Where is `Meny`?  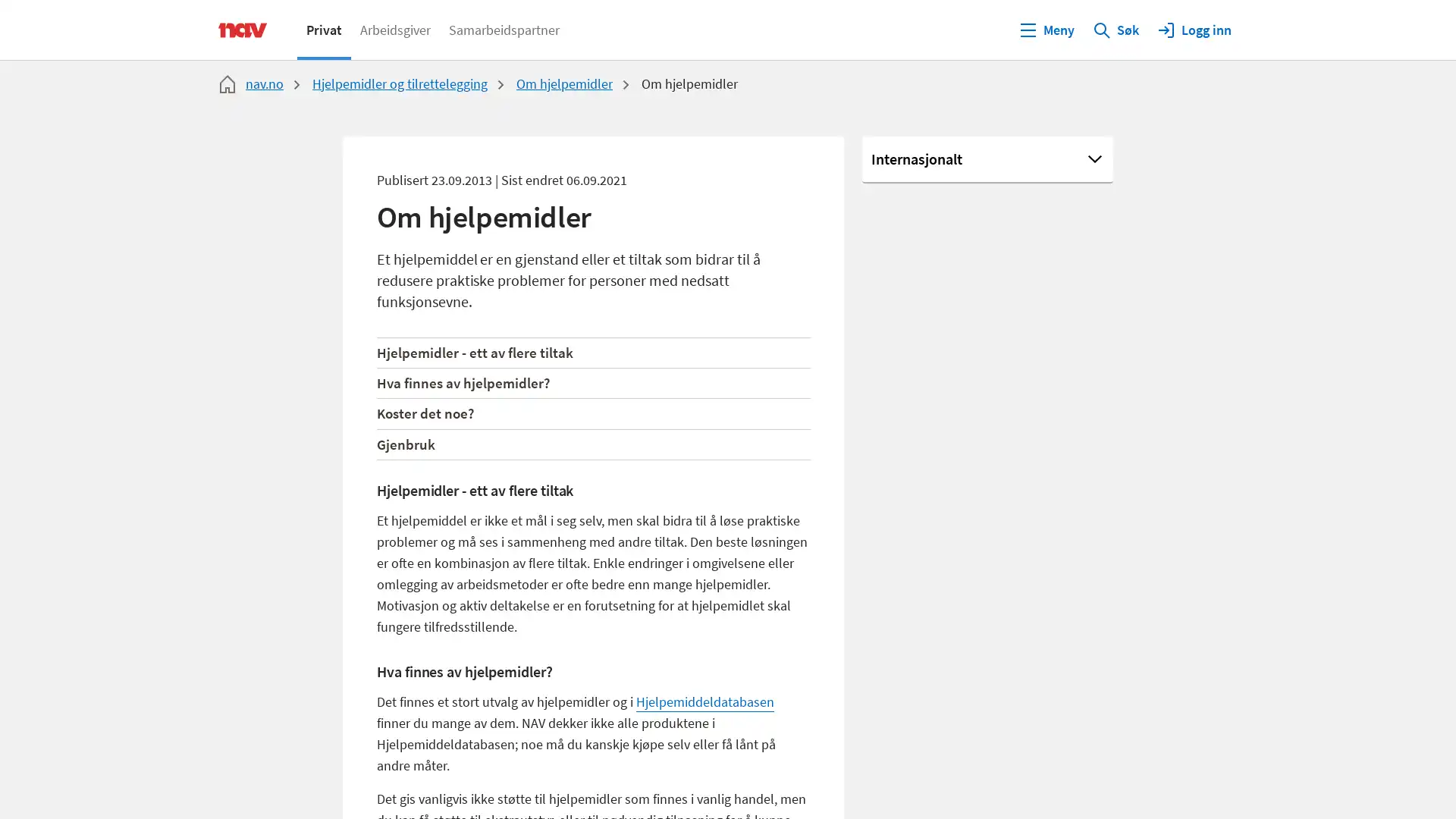
Meny is located at coordinates (1046, 29).